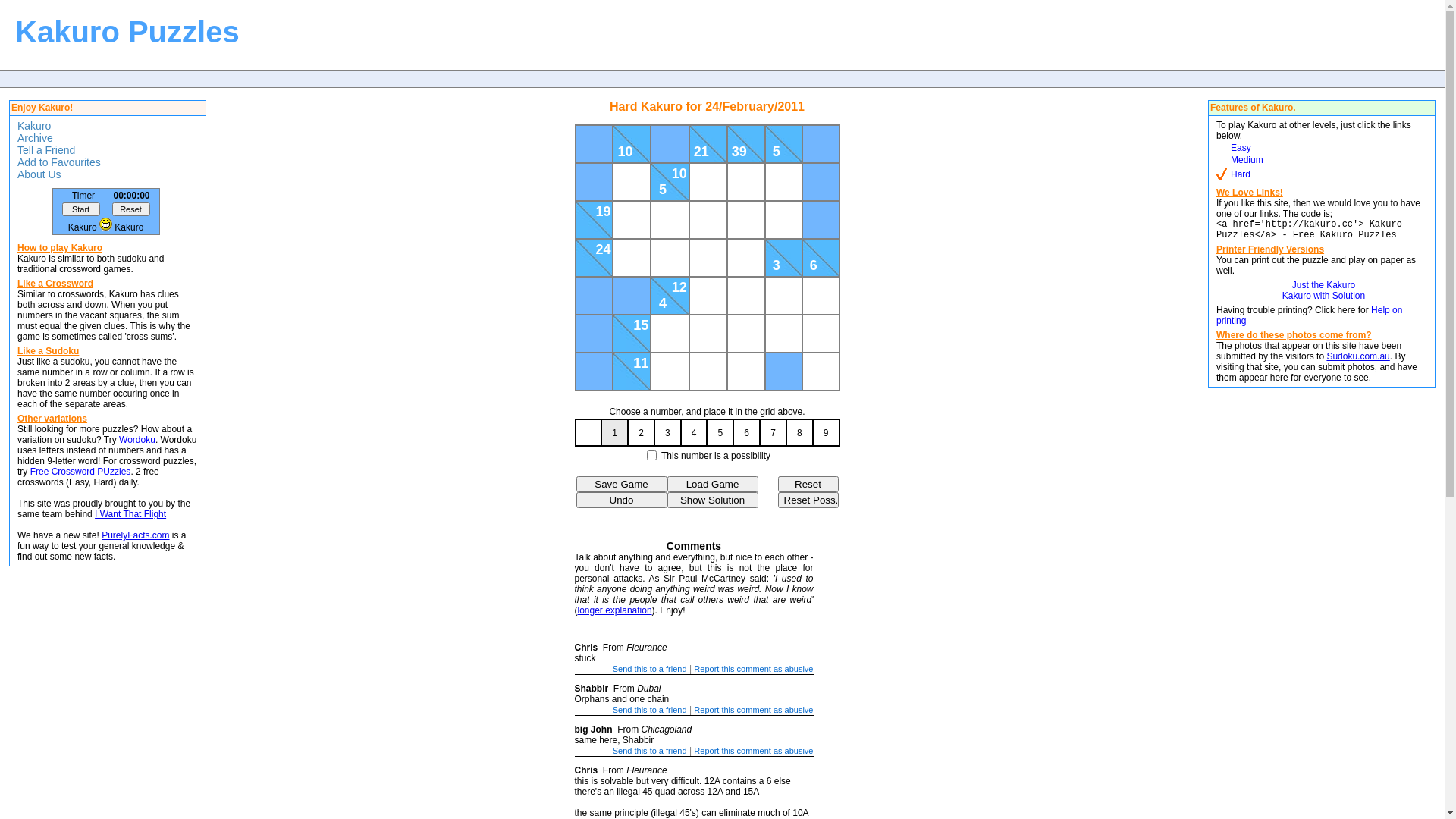 The image size is (1456, 819). What do you see at coordinates (650, 751) in the screenshot?
I see `'Send this to a friend'` at bounding box center [650, 751].